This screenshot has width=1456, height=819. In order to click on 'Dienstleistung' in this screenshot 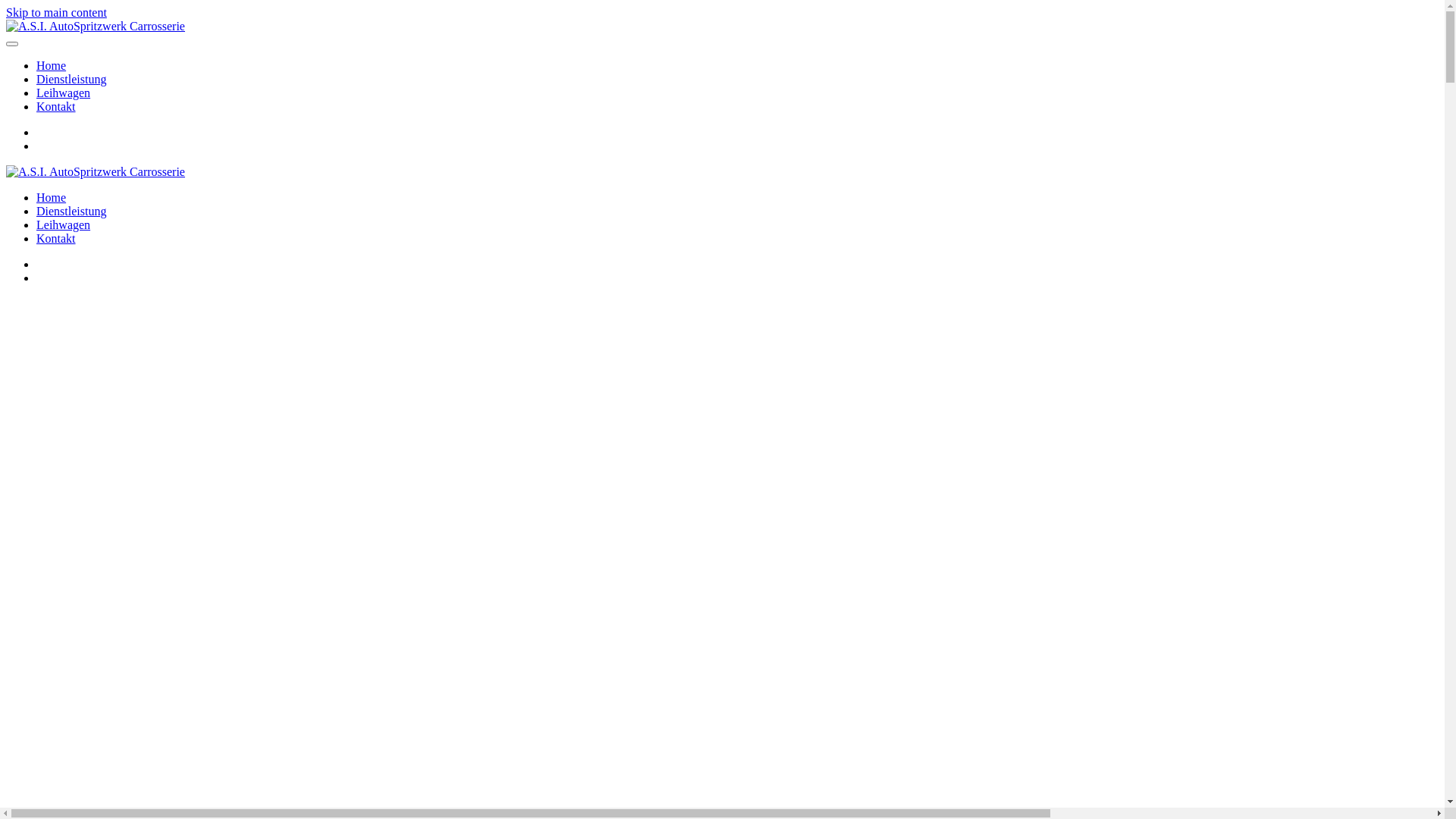, I will do `click(36, 79)`.